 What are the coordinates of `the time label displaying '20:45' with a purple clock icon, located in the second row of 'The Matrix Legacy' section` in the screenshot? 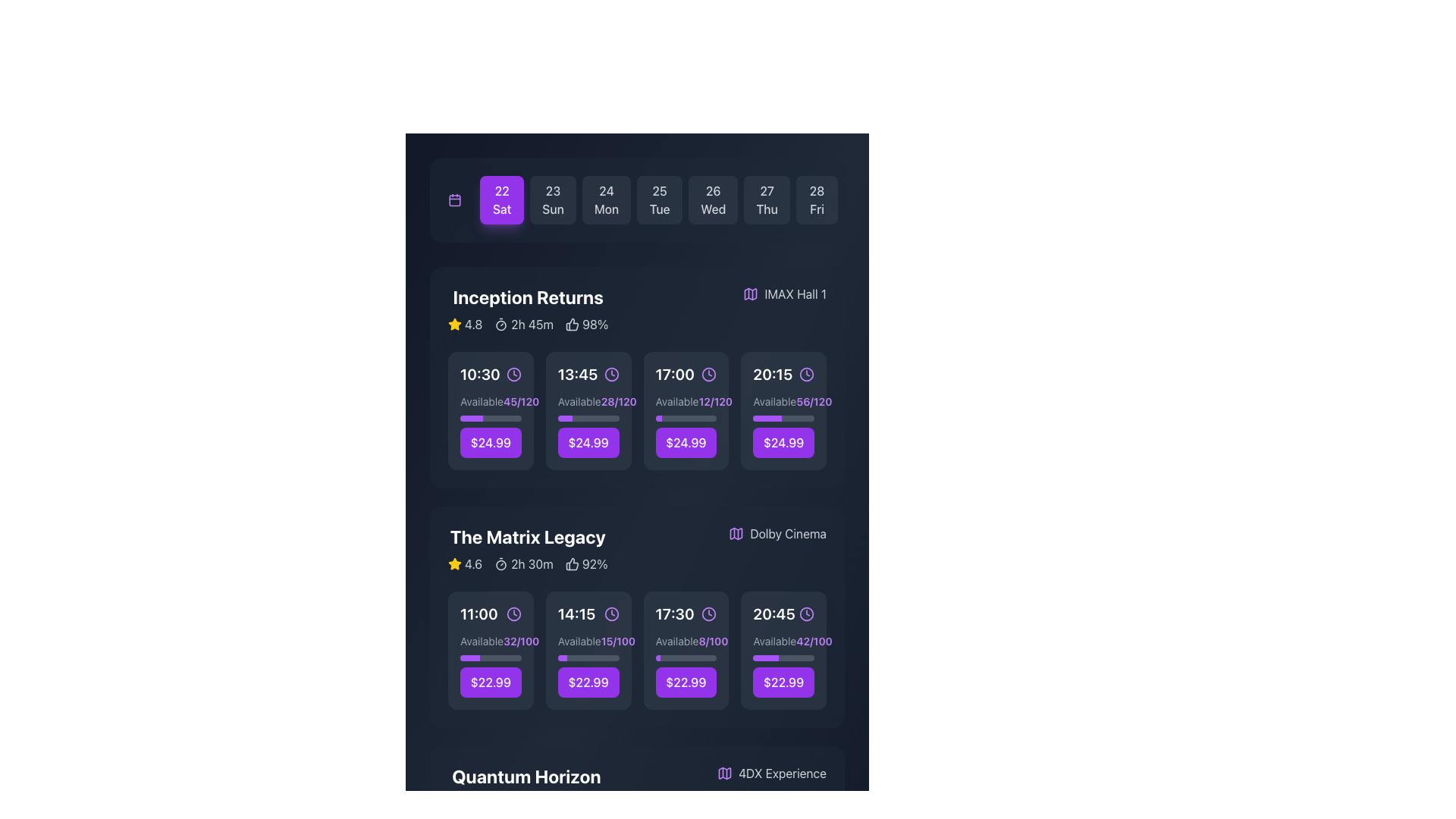 It's located at (783, 614).